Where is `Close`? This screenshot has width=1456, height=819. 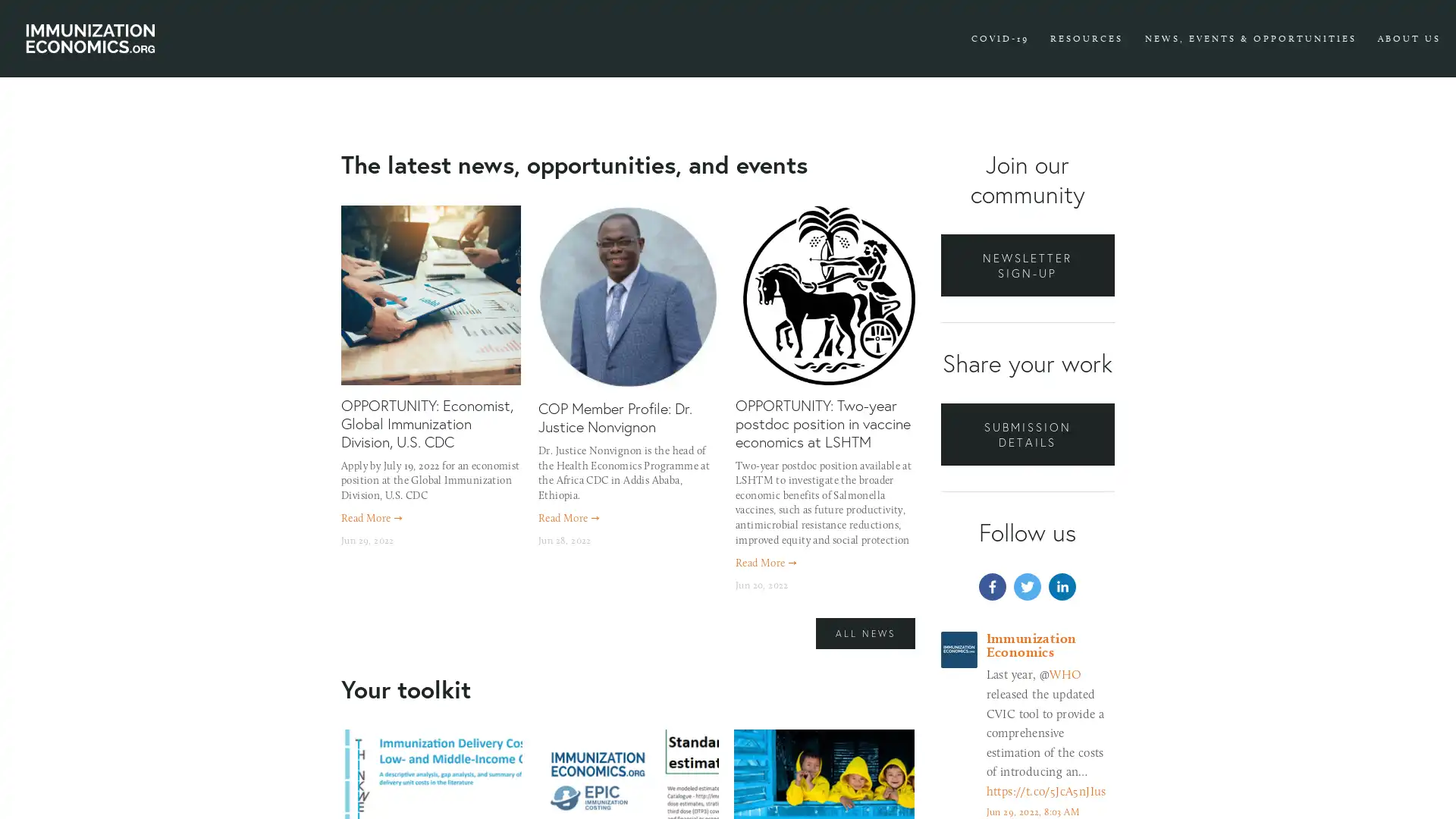 Close is located at coordinates (994, 197).